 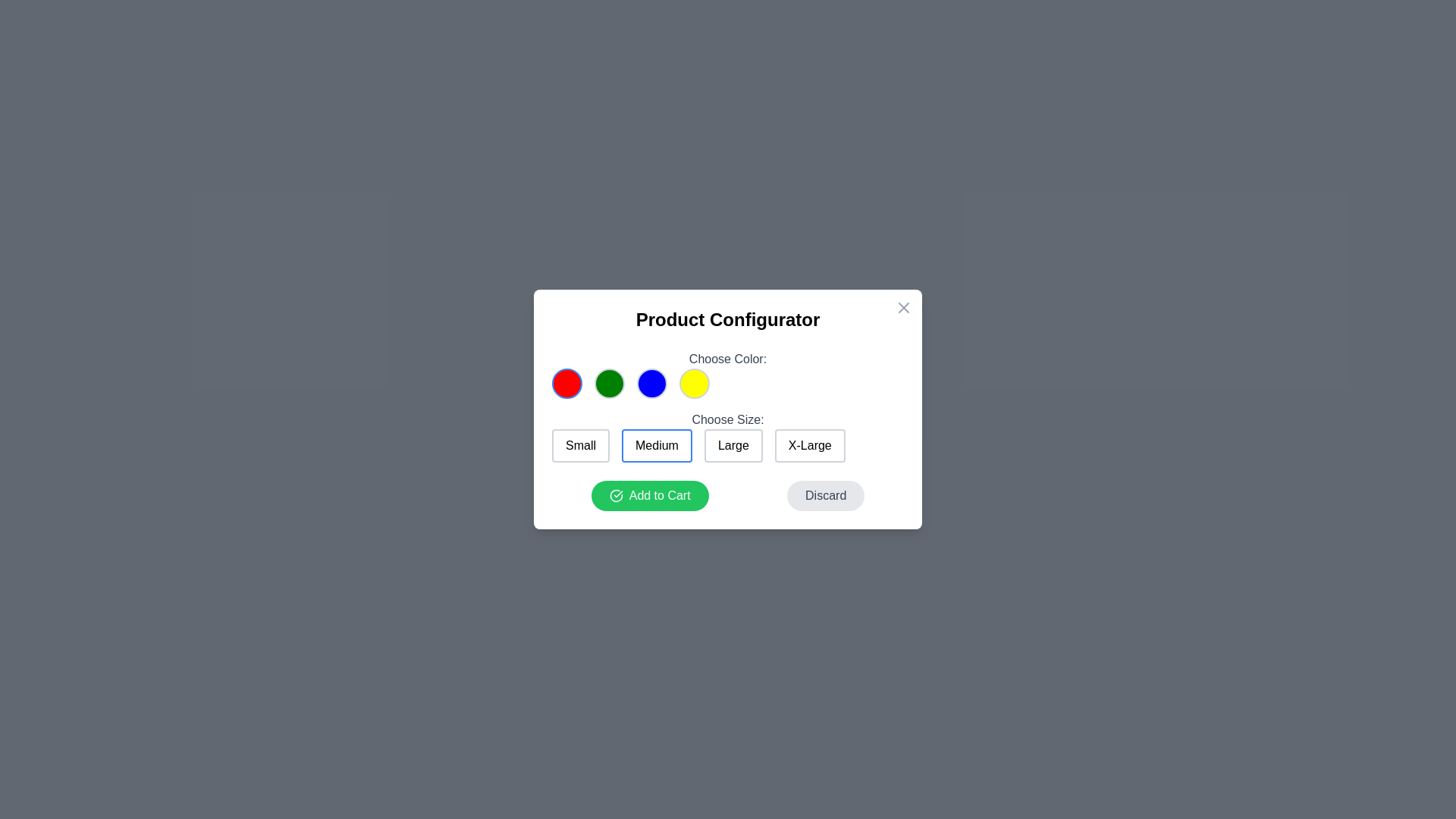 What do you see at coordinates (728, 436) in the screenshot?
I see `the 'Large' button, which is the third button under the 'Choose Size:' heading in the modal dialog` at bounding box center [728, 436].